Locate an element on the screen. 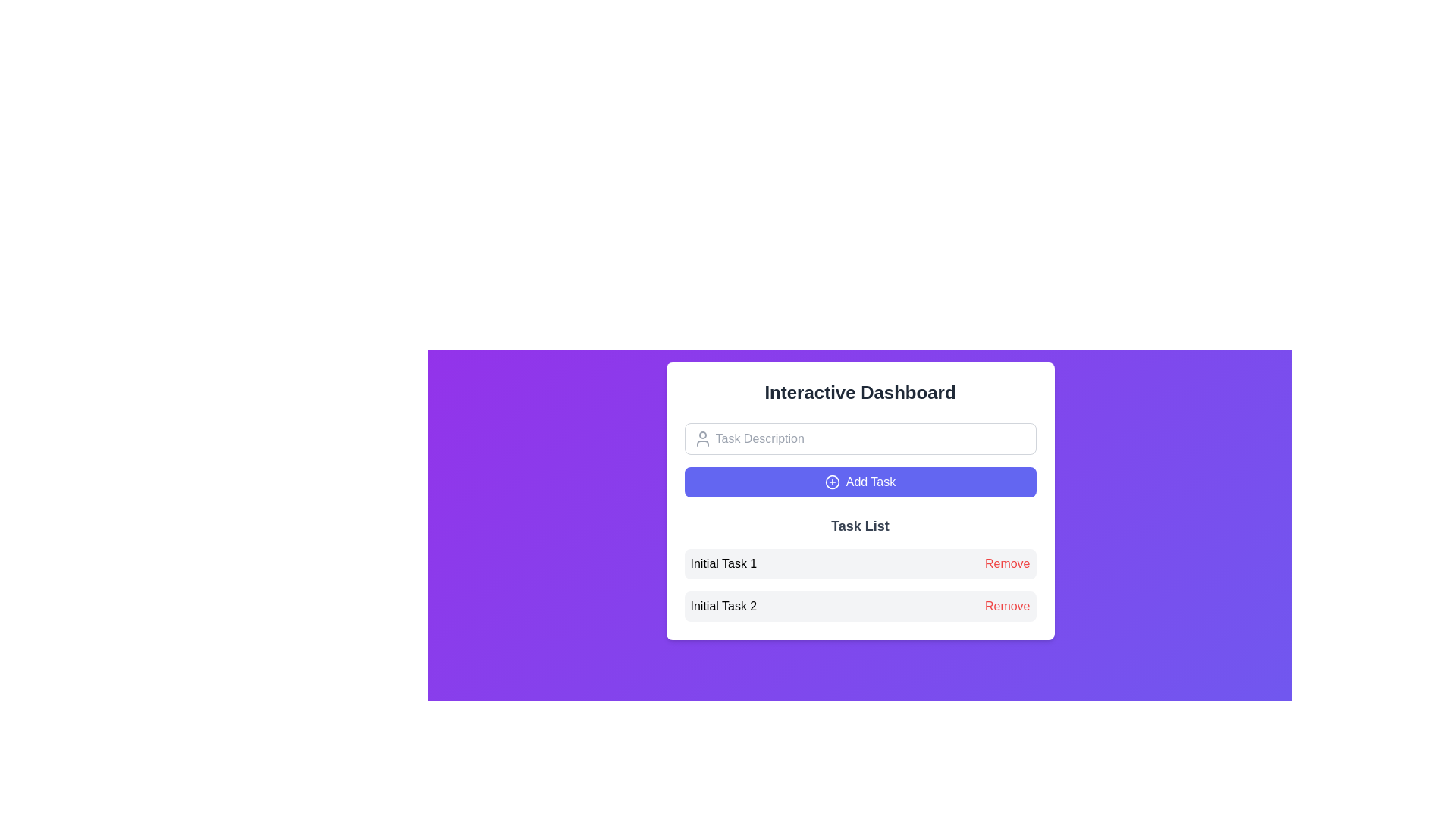  the text label displaying 'Initial Task 2' is located at coordinates (723, 605).